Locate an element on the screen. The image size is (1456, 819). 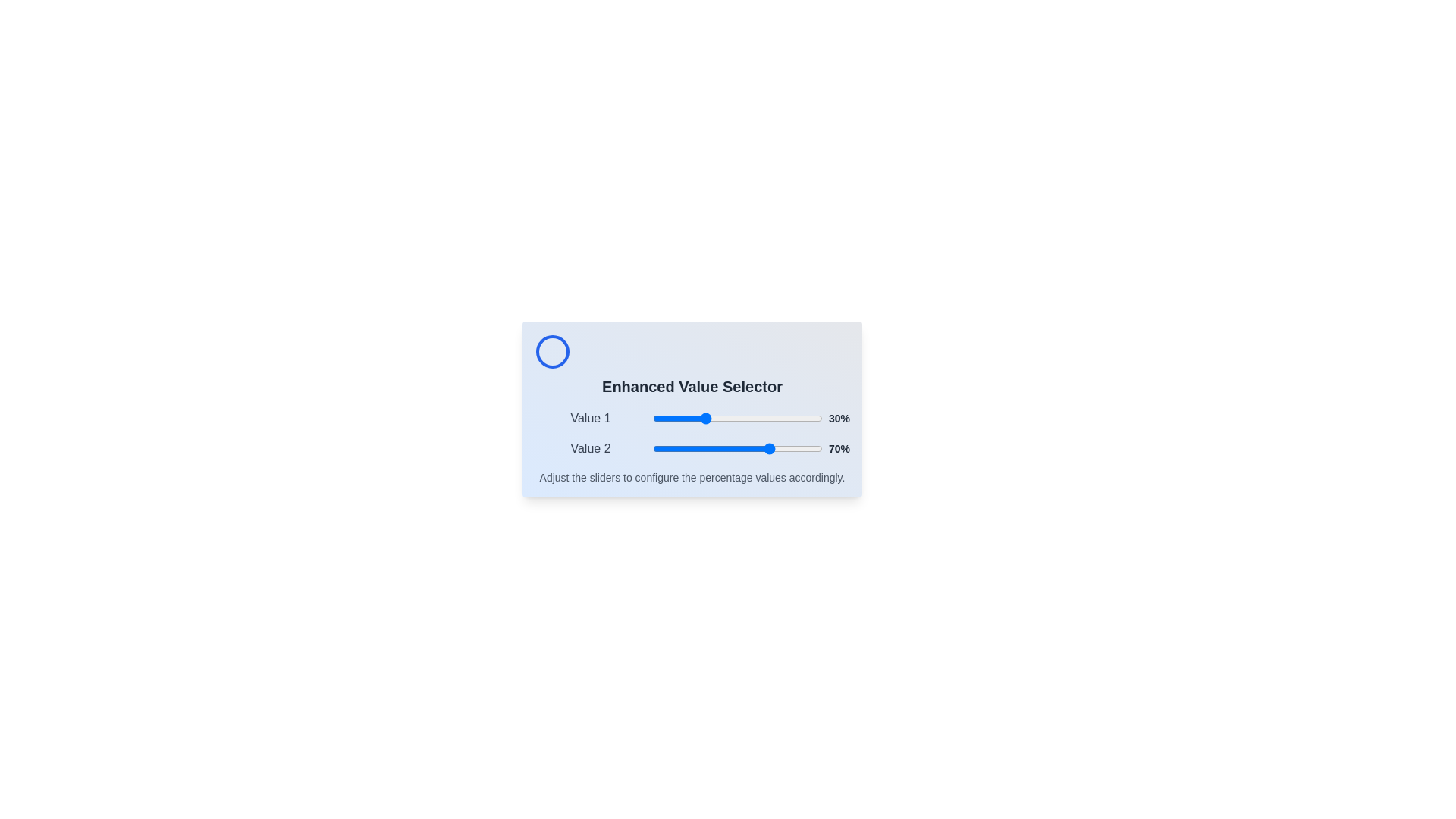
the slider for Value 1 to 15% is located at coordinates (677, 418).